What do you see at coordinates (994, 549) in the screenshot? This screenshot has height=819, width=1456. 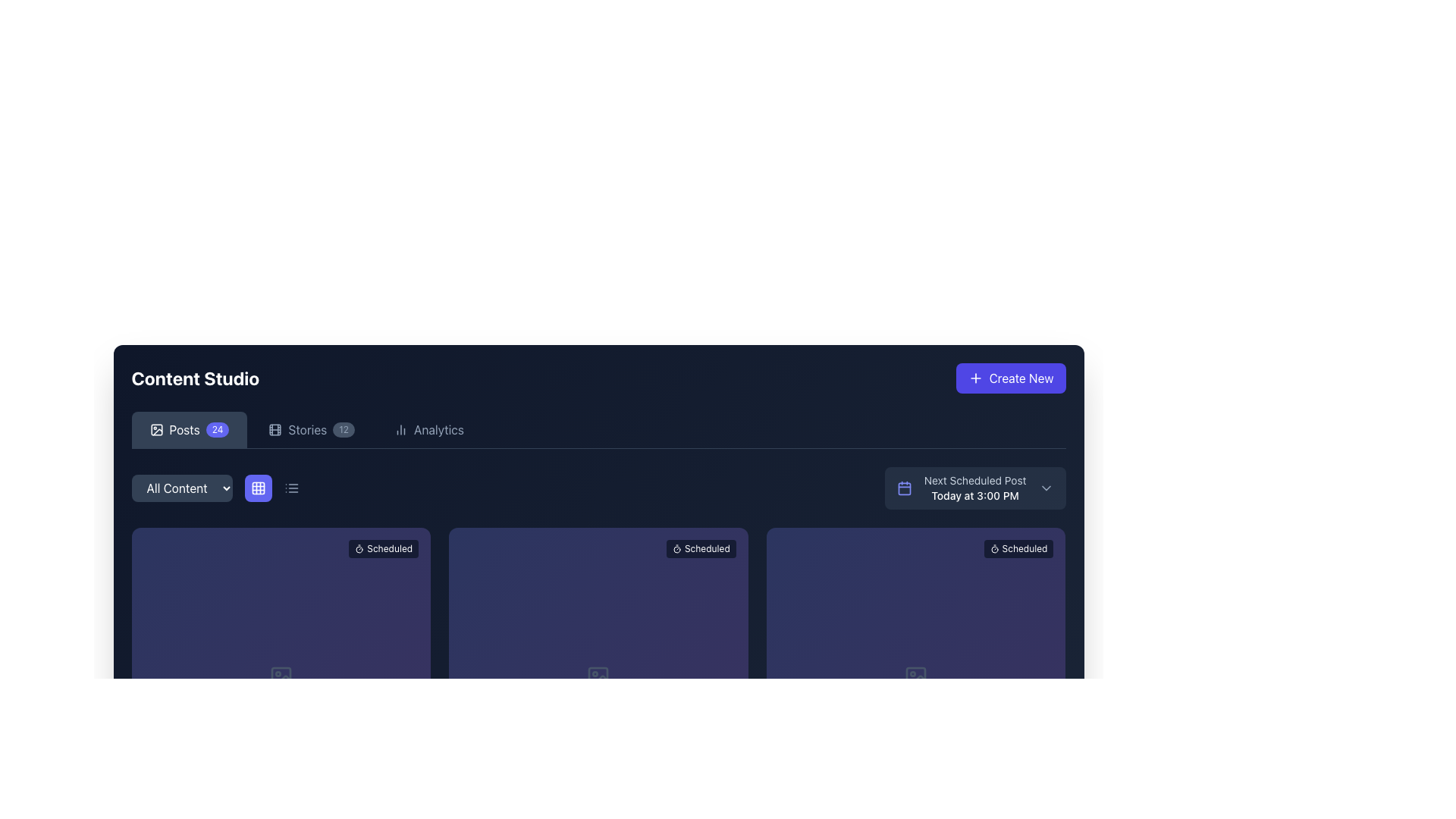 I see `the scheduled status icon located to the left of the text 'Scheduled' in the upper-right corner of the card layout` at bounding box center [994, 549].